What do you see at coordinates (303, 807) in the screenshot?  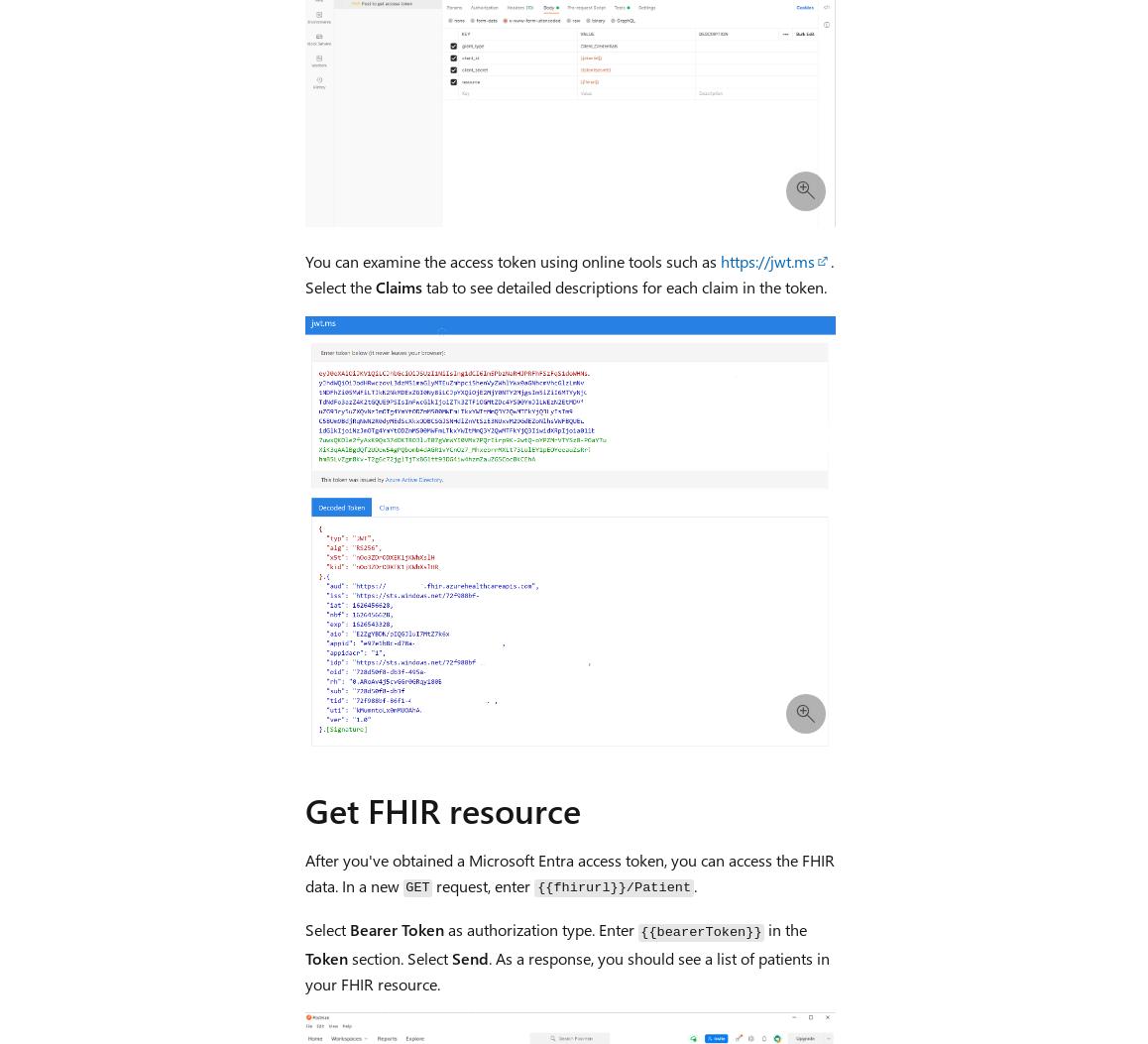 I see `'Get FHIR resource'` at bounding box center [303, 807].